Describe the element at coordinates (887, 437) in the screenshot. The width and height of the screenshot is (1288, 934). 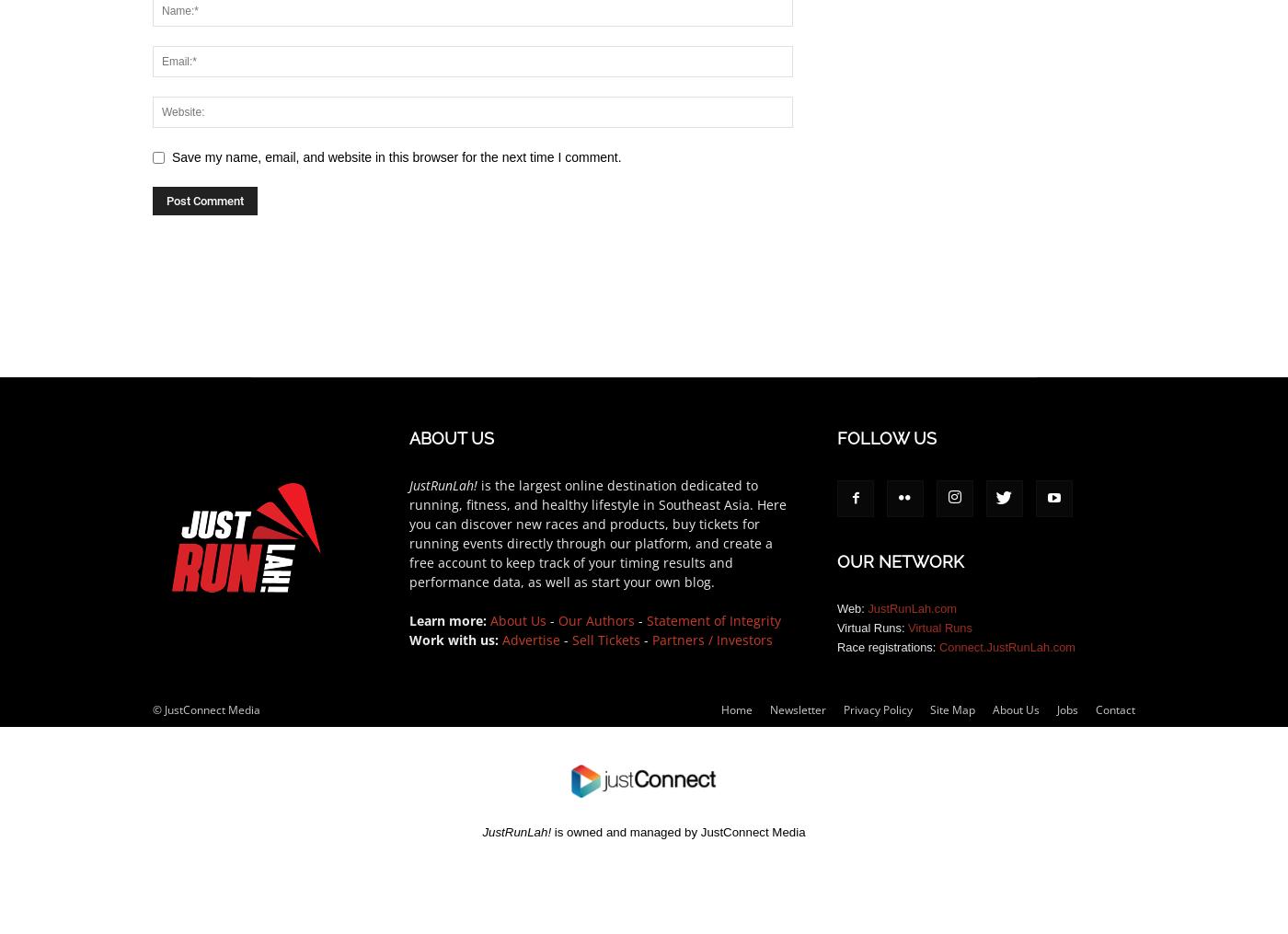
I see `'FOLLOW US'` at that location.